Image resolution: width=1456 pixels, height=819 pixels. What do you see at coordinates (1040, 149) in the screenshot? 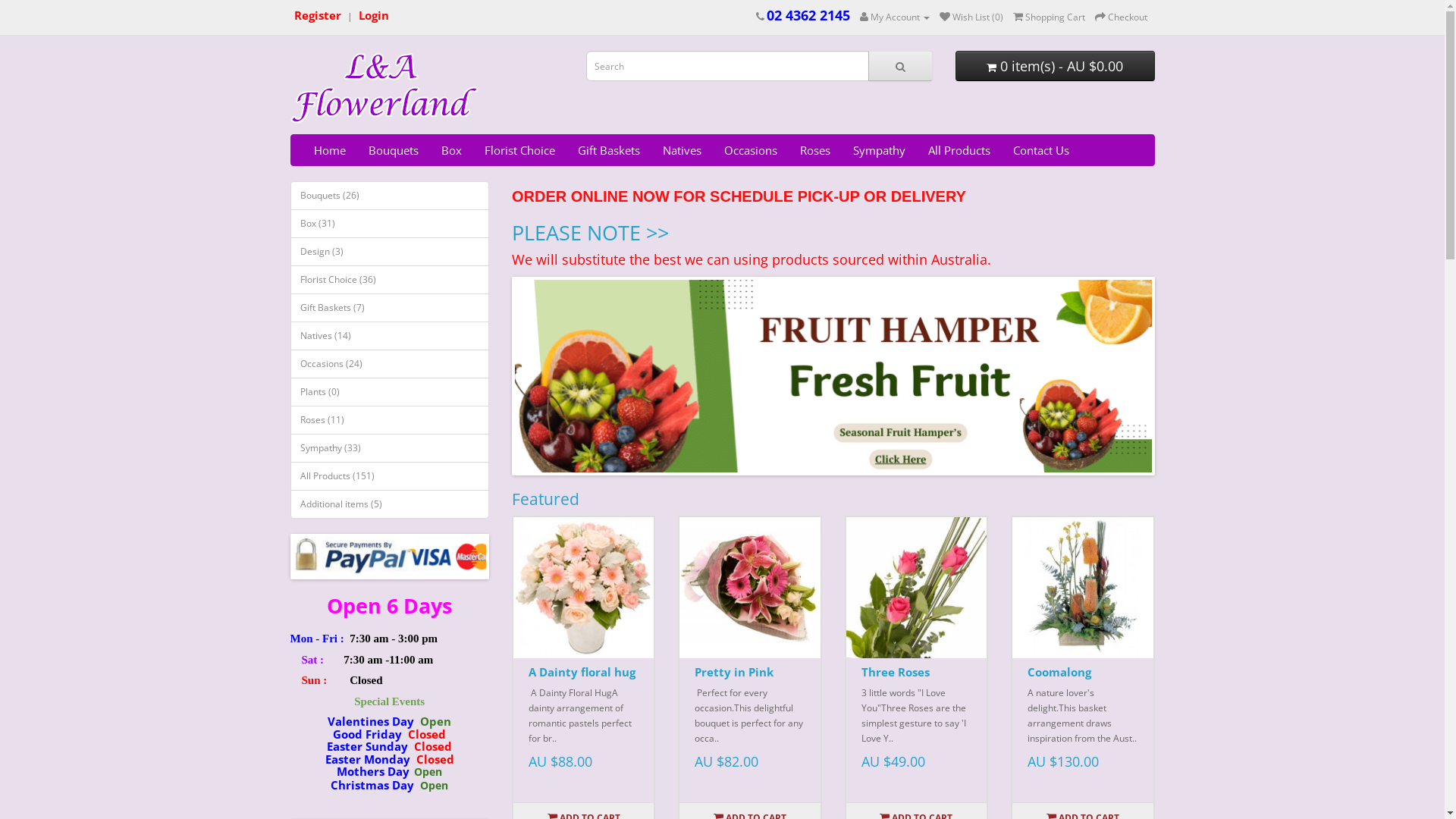
I see `'Contact Us'` at bounding box center [1040, 149].